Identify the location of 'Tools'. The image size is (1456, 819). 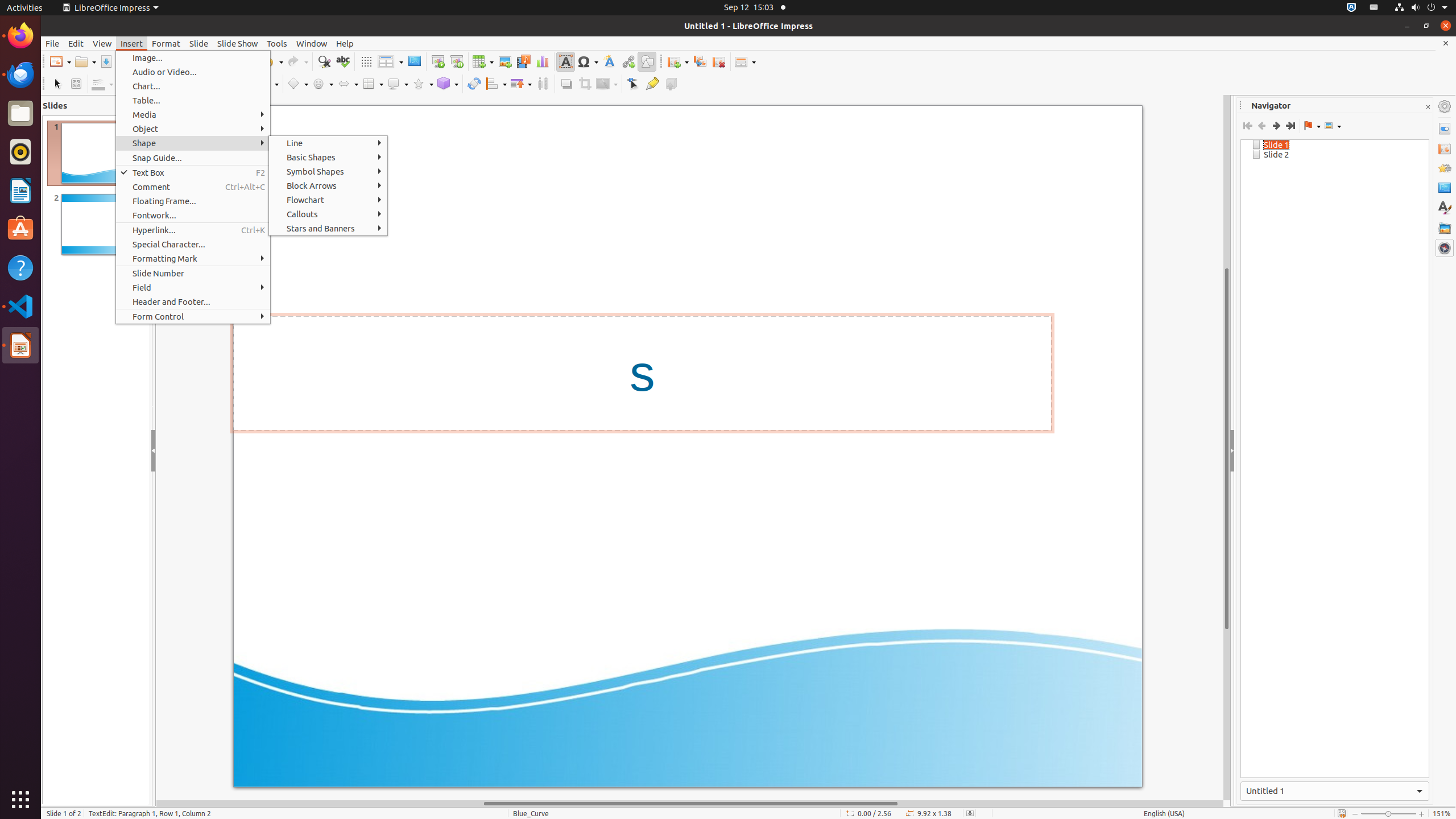
(276, 43).